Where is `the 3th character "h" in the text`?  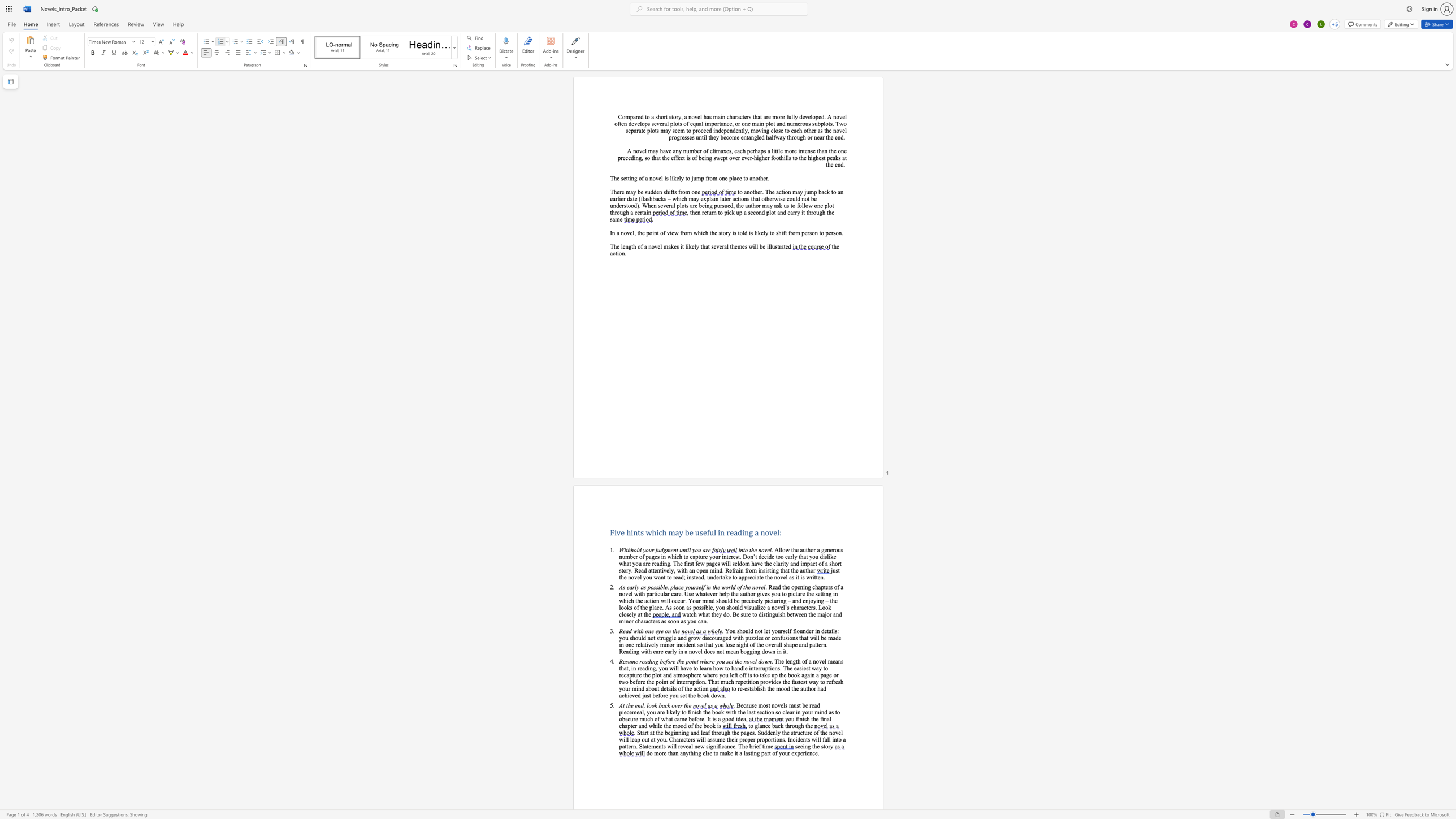 the 3th character "h" in the text is located at coordinates (714, 614).